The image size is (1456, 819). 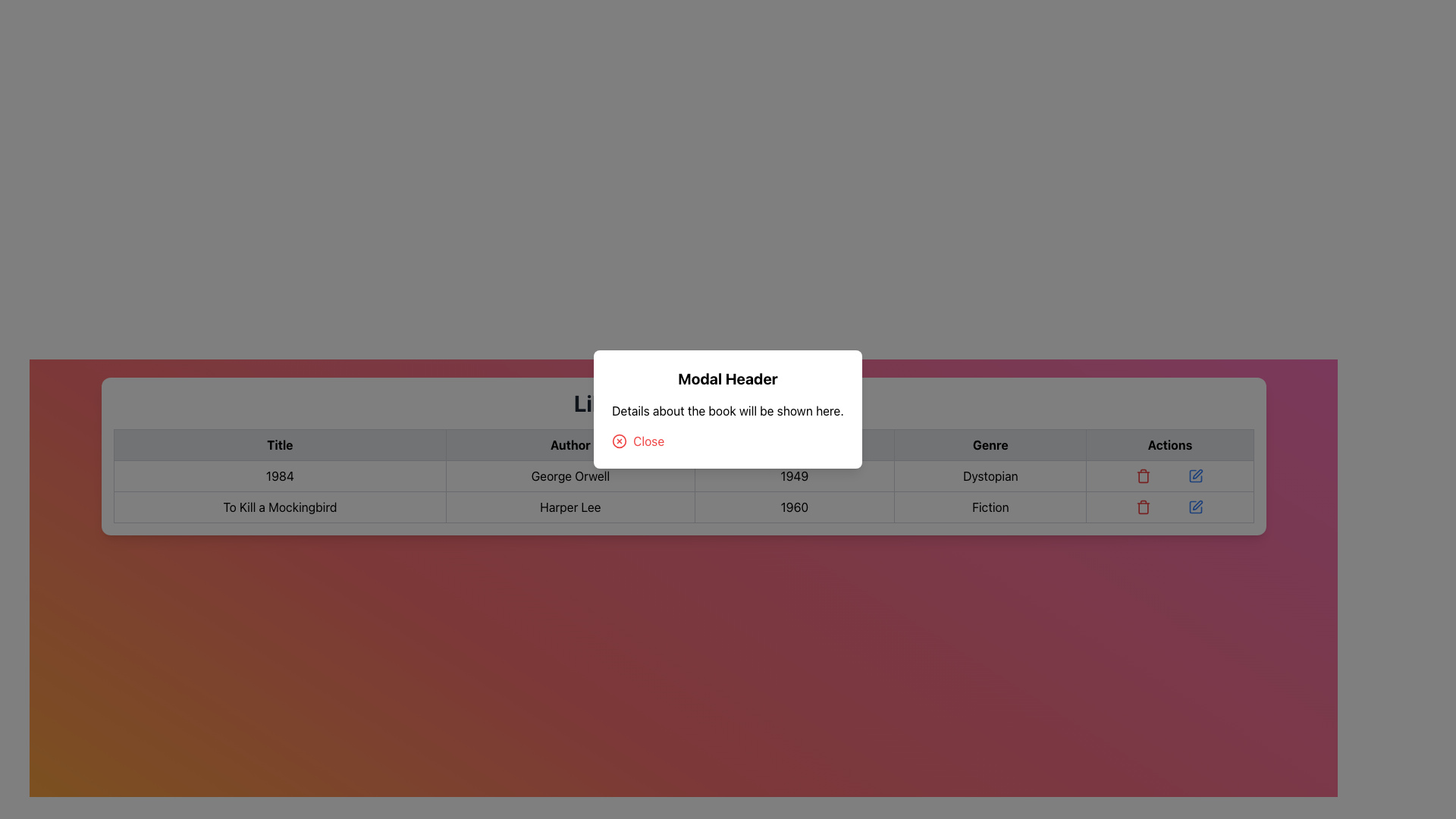 I want to click on the Separator element located in the 'Actions' column of the 'Fiction' row, which is horizontally centered between a red delete icon and a blue edit icon, so click(x=1169, y=507).